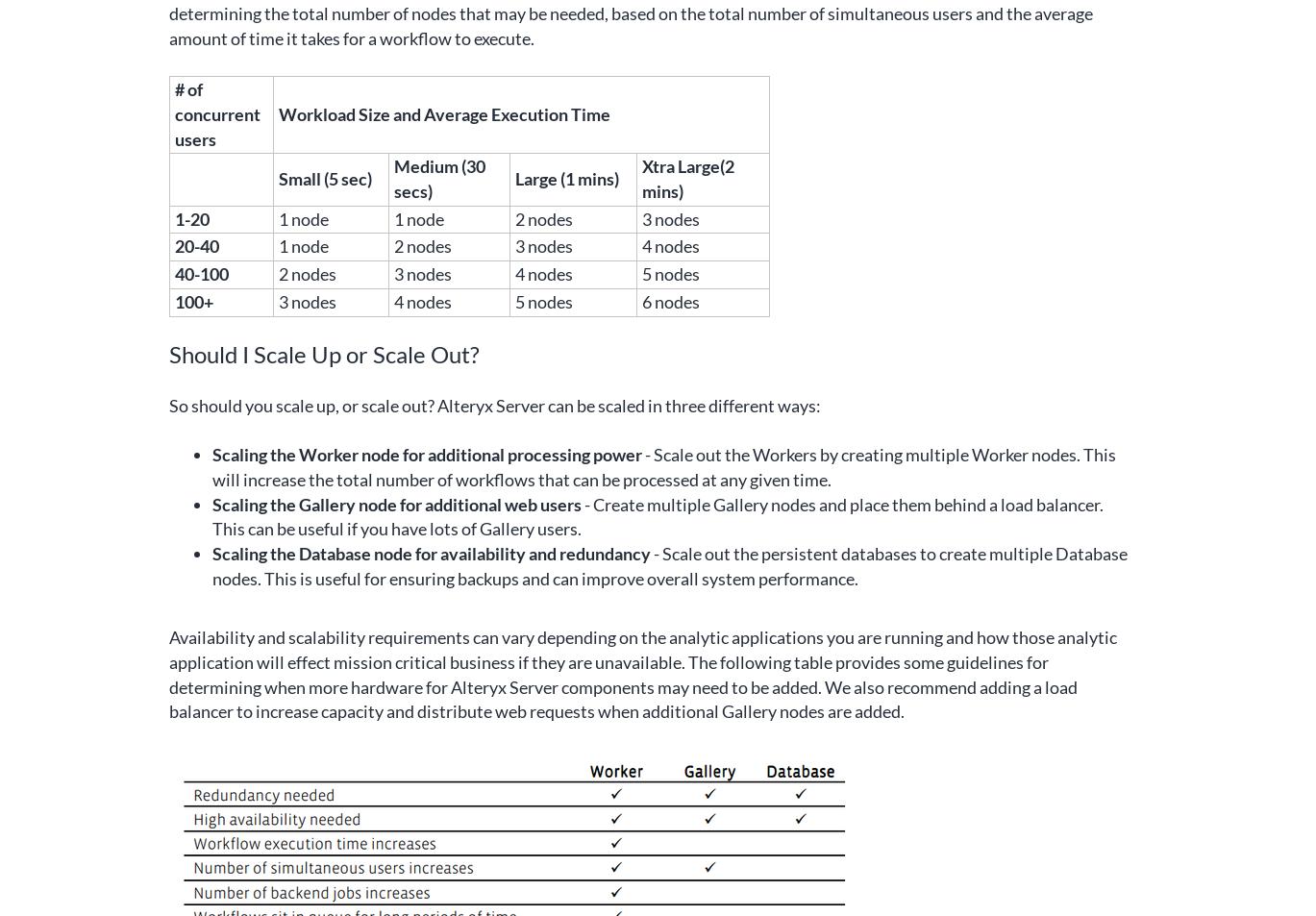  What do you see at coordinates (661, 466) in the screenshot?
I see `'- Scale out the Workers by creating multiple Worker nodes. This will increase the total number of workflows that can be processed at any given time.'` at bounding box center [661, 466].